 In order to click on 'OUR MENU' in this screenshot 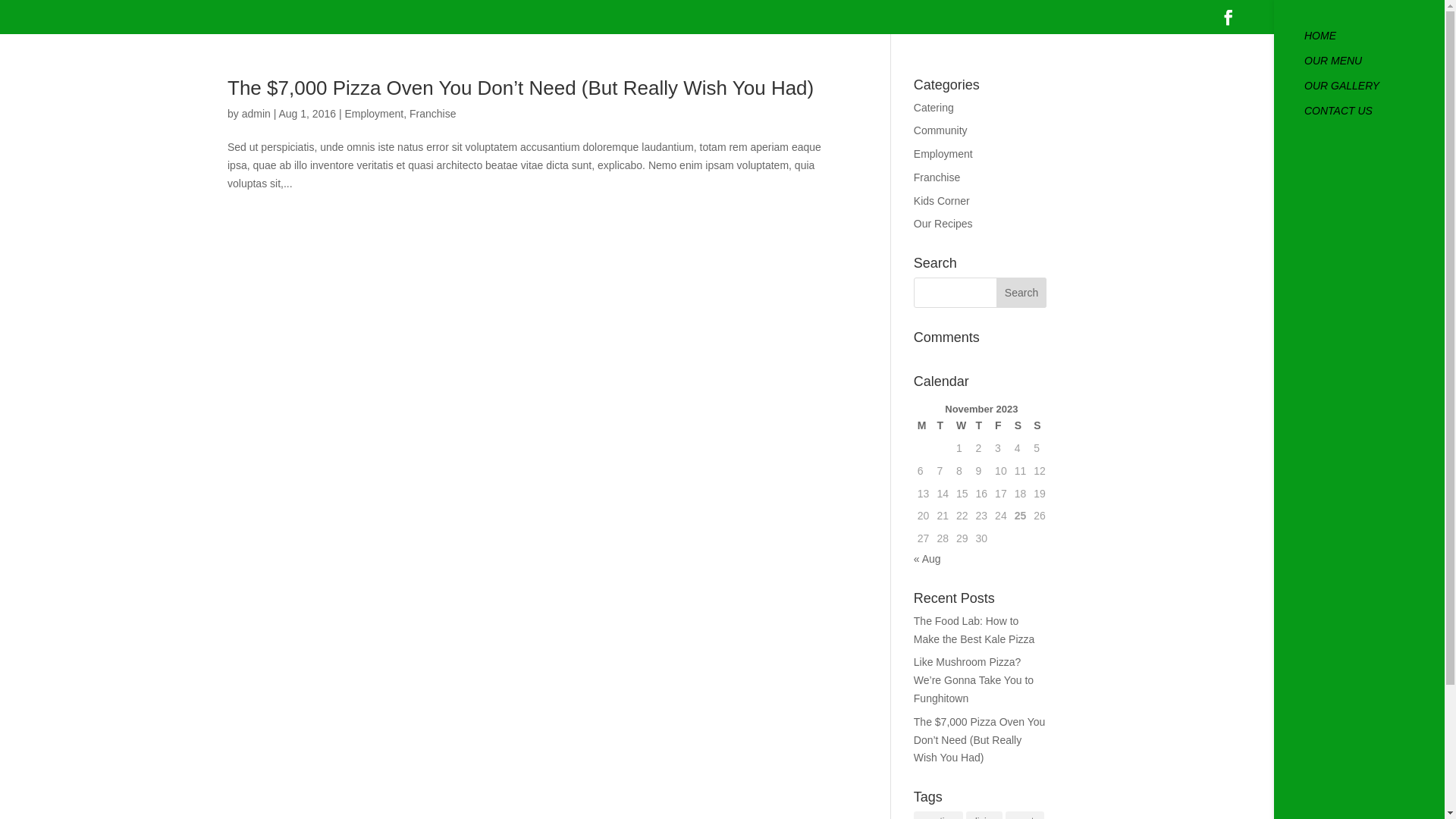, I will do `click(1374, 67)`.